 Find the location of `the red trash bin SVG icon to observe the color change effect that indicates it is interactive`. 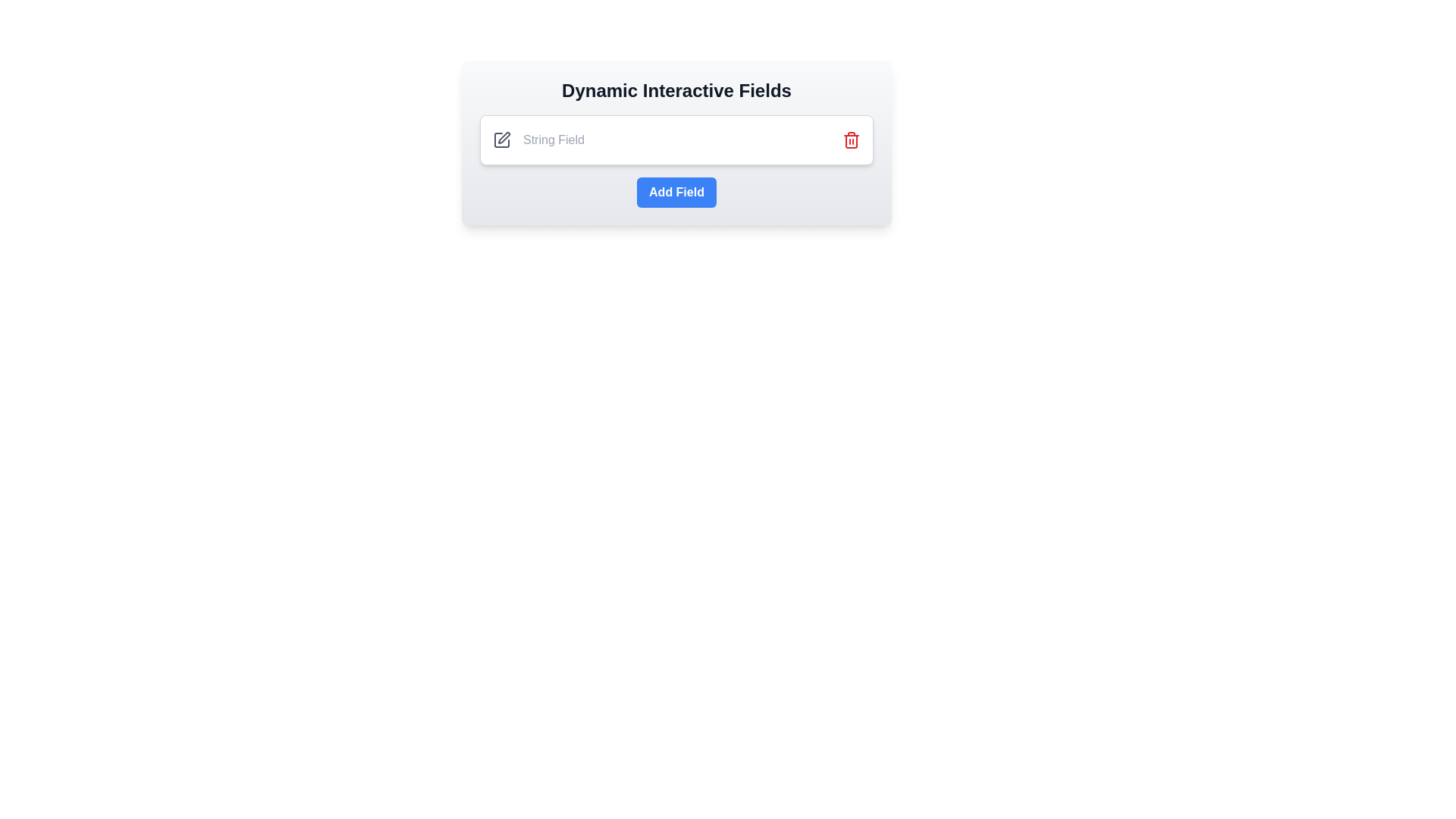

the red trash bin SVG icon to observe the color change effect that indicates it is interactive is located at coordinates (852, 140).